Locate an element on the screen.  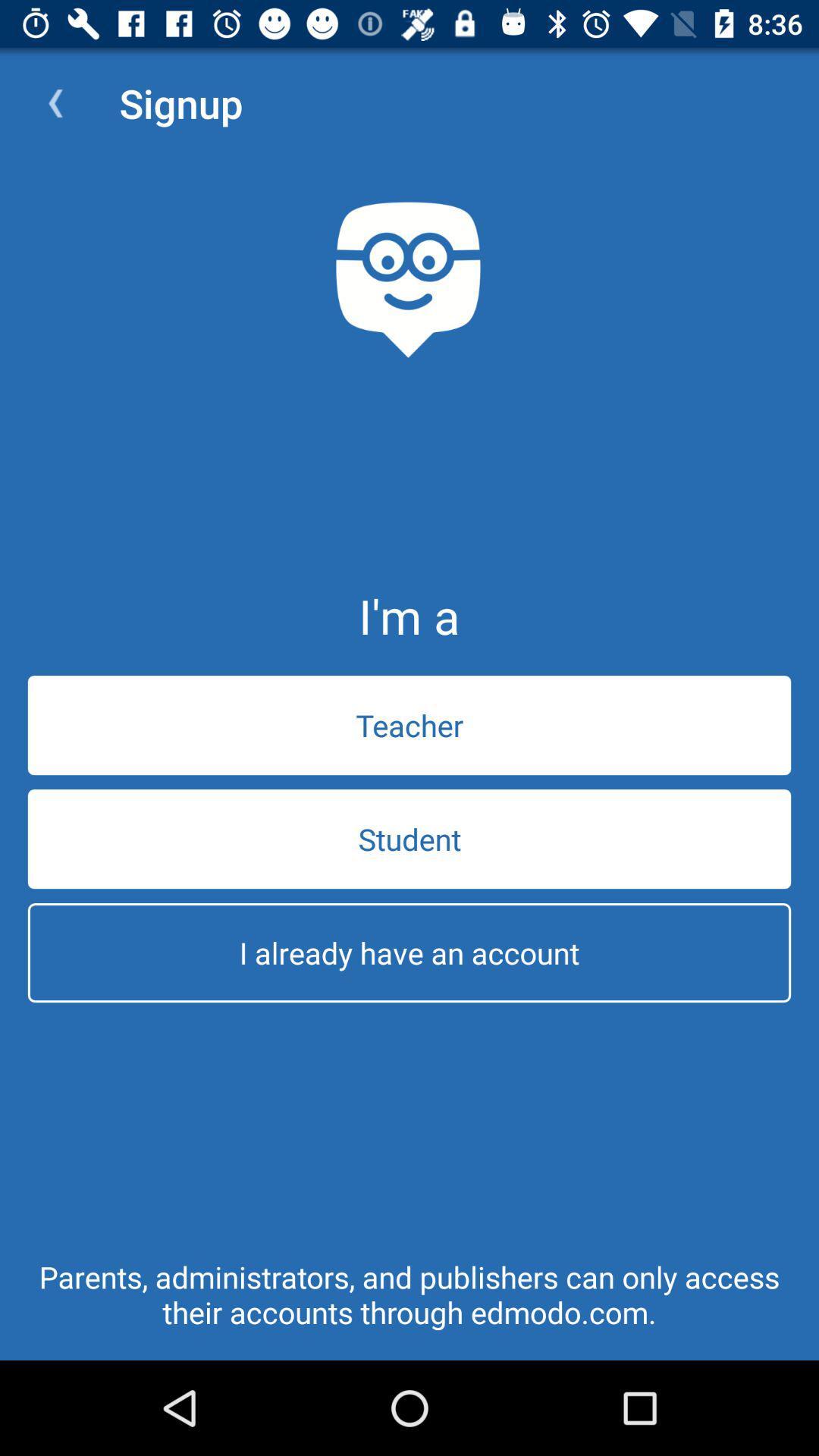
the item below i'm a is located at coordinates (409, 724).